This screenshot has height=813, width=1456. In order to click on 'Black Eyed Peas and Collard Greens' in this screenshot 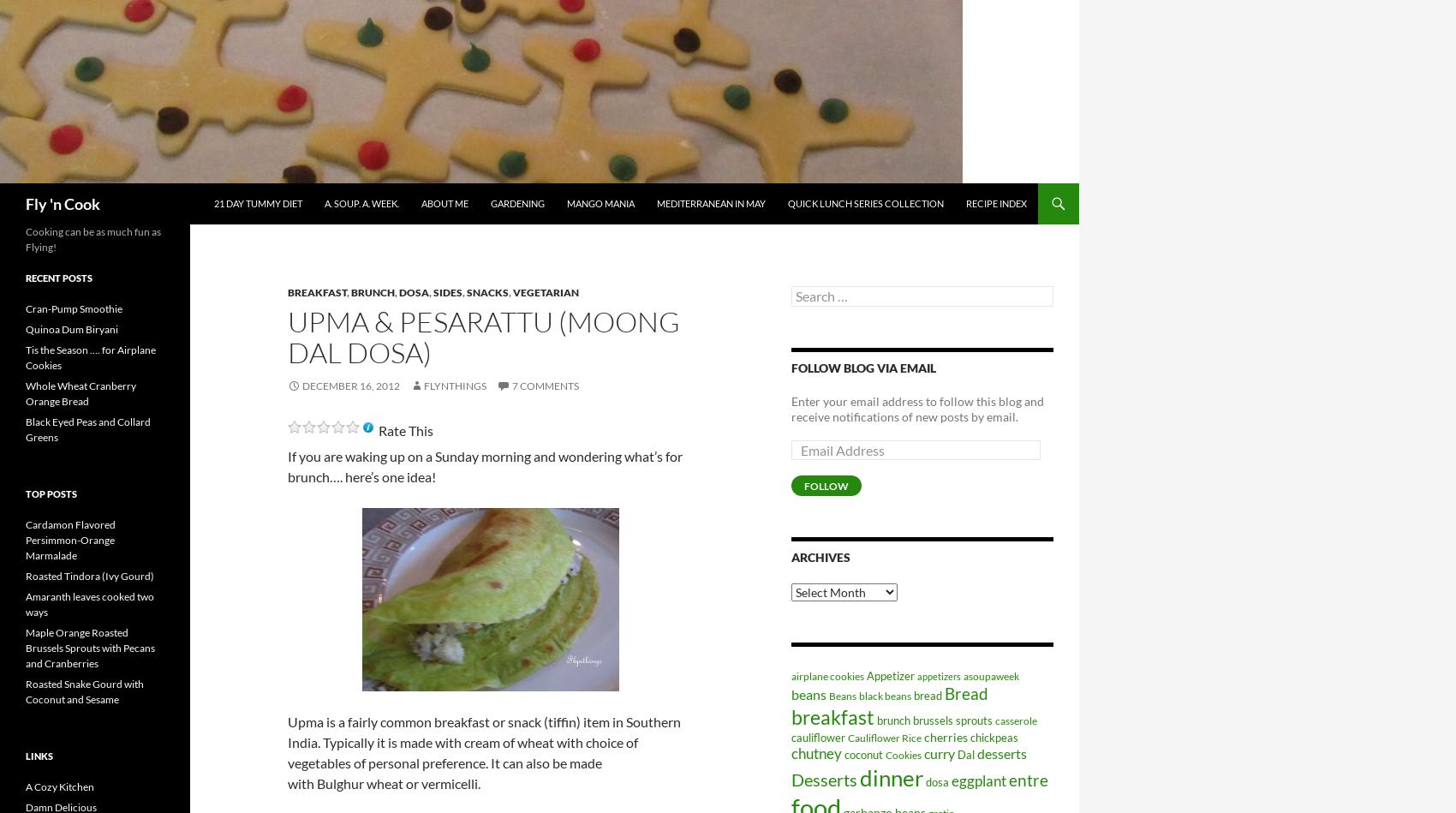, I will do `click(88, 428)`.